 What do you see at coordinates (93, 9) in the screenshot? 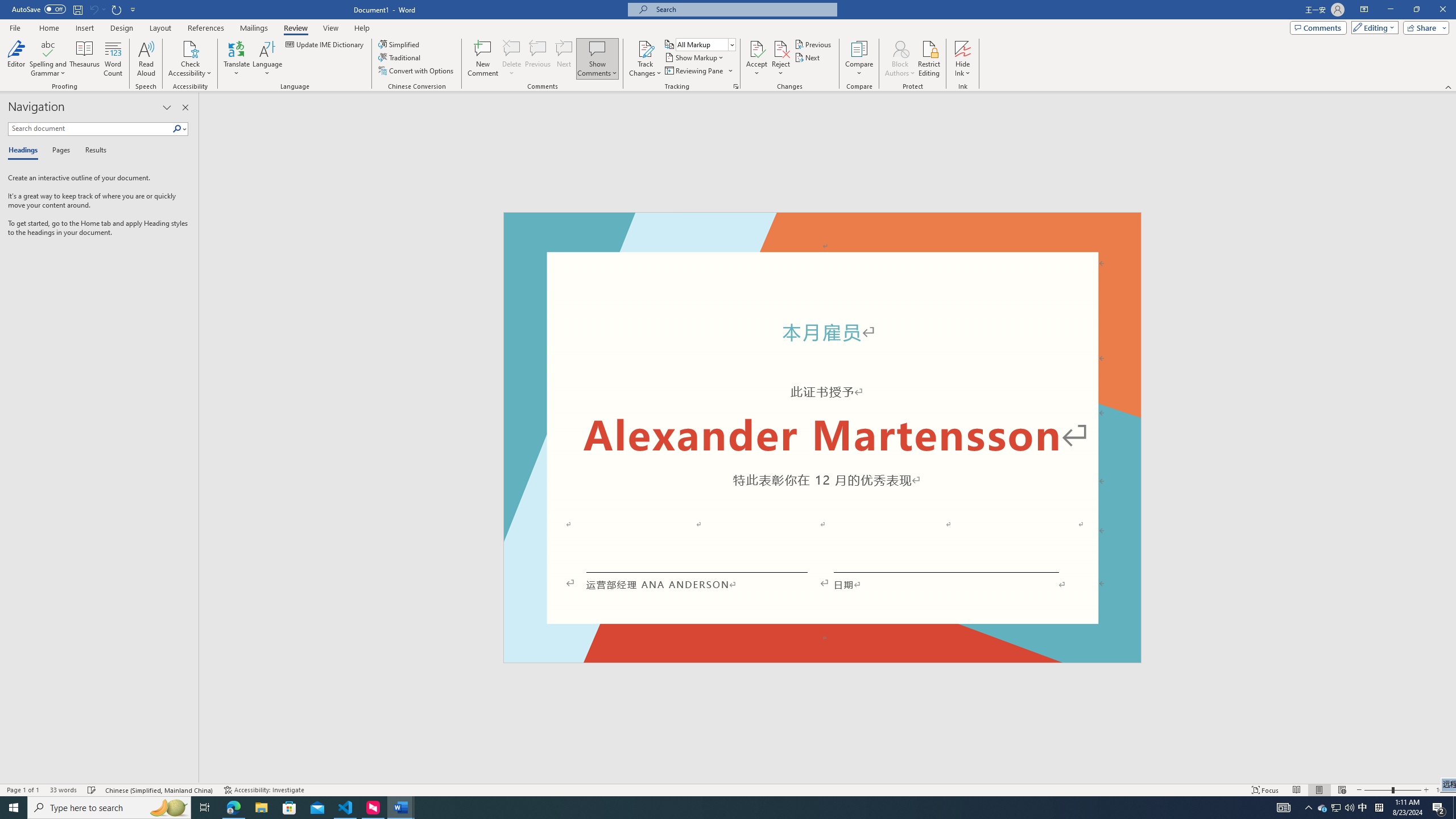
I see `'Can'` at bounding box center [93, 9].